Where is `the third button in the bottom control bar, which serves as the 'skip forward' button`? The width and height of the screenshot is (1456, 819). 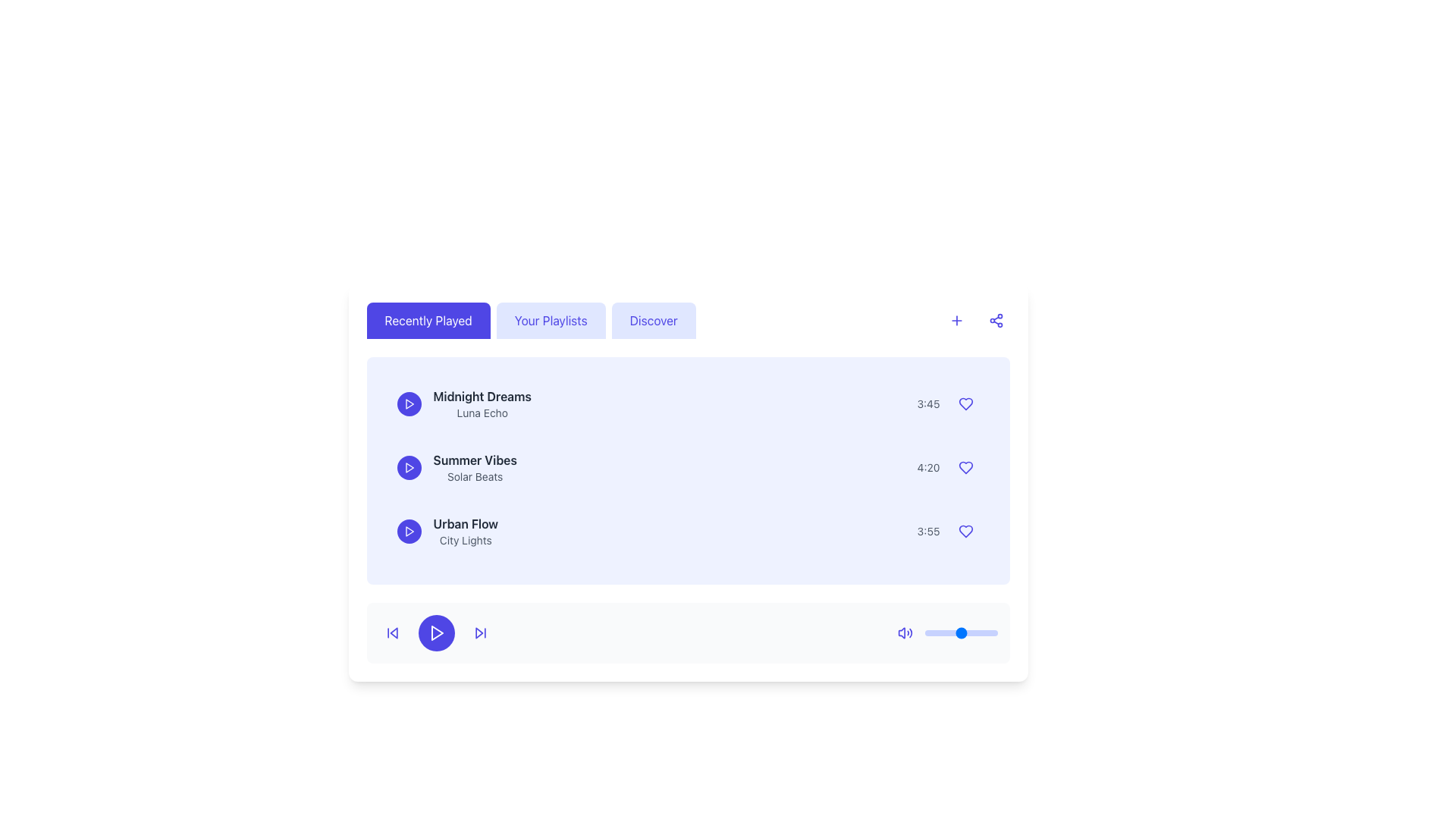 the third button in the bottom control bar, which serves as the 'skip forward' button is located at coordinates (479, 632).